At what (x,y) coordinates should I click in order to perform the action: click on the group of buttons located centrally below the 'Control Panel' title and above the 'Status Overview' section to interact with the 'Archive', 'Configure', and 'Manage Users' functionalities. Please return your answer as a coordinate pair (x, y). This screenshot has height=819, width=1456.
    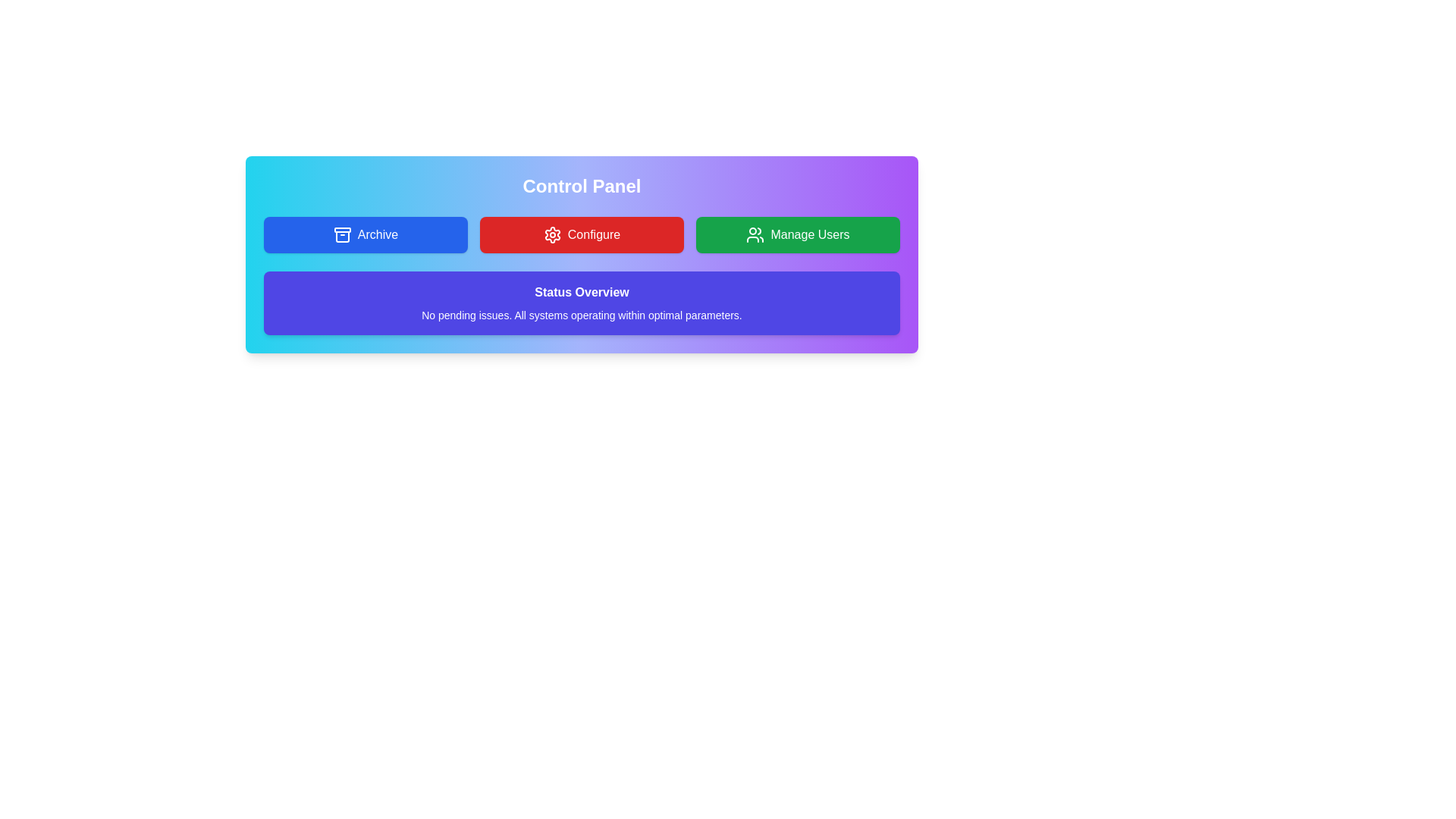
    Looking at the image, I should click on (581, 234).